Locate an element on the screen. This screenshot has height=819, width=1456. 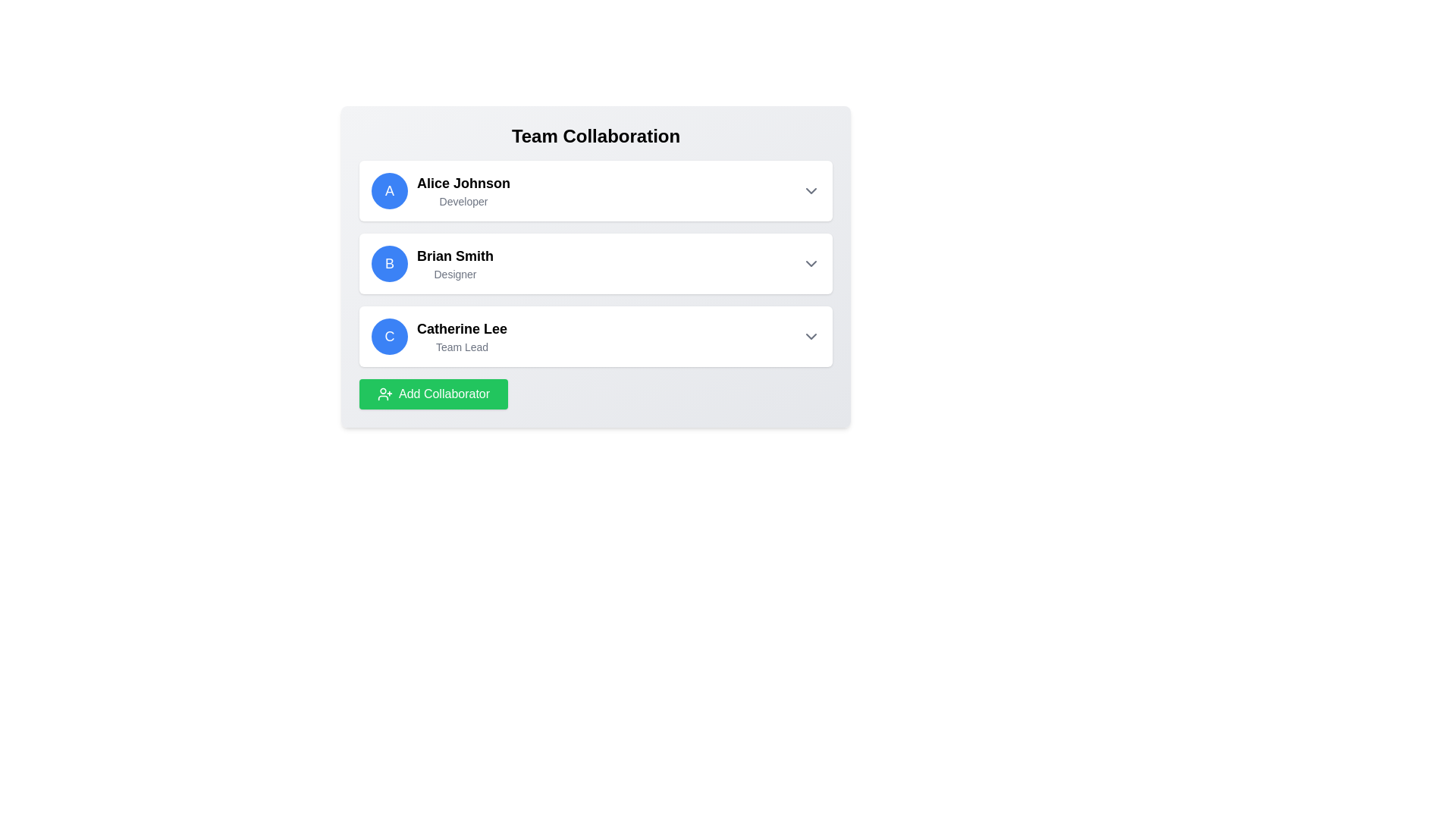
the text label displaying 'Alice Johnson', which is styled prominently and located above the role description 'Developer' in the first item of the vertical list under 'Team Collaboration' is located at coordinates (463, 183).